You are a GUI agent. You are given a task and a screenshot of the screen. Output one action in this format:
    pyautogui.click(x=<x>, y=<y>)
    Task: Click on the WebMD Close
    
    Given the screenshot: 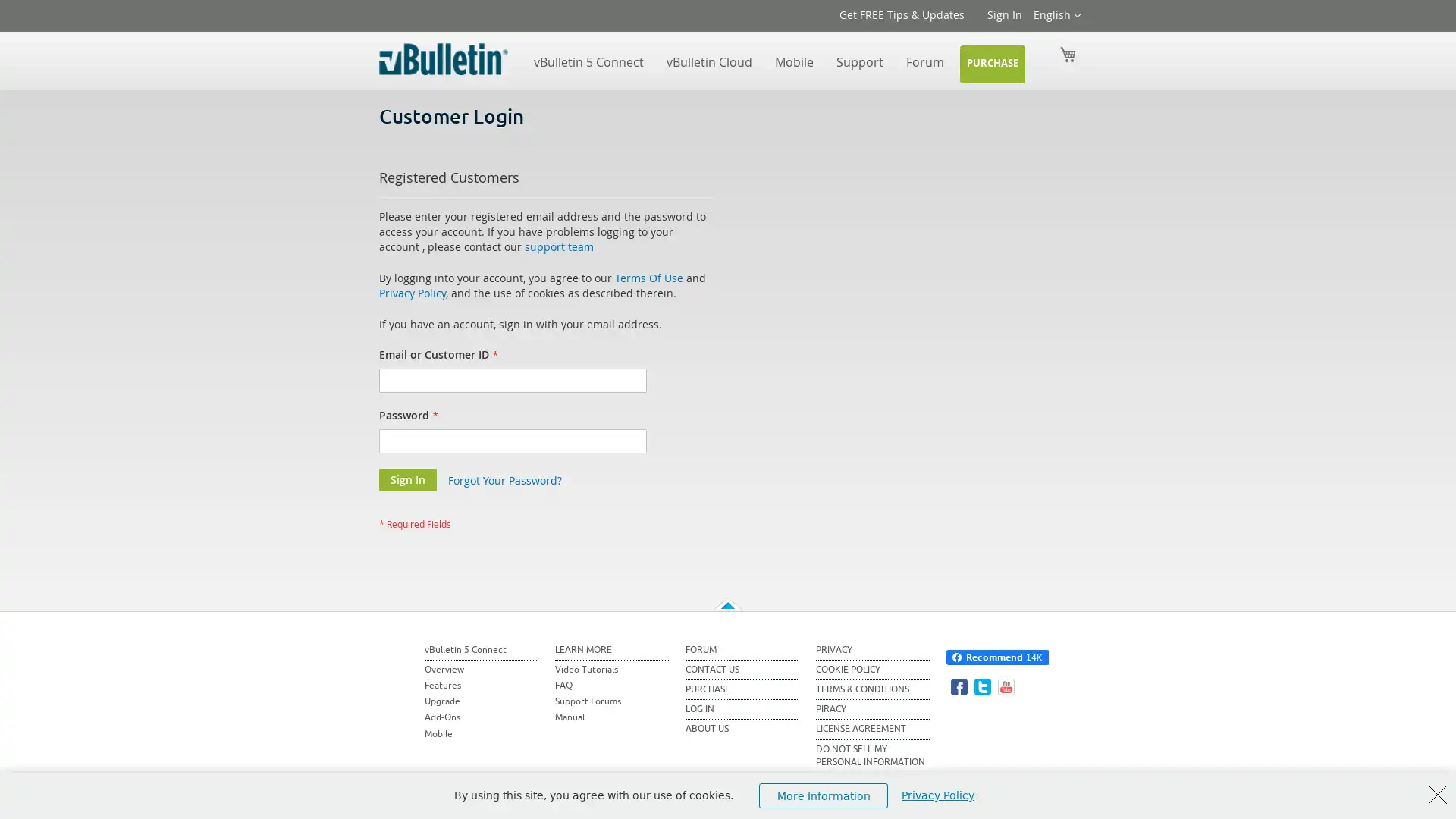 What is the action you would take?
    pyautogui.click(x=1437, y=794)
    